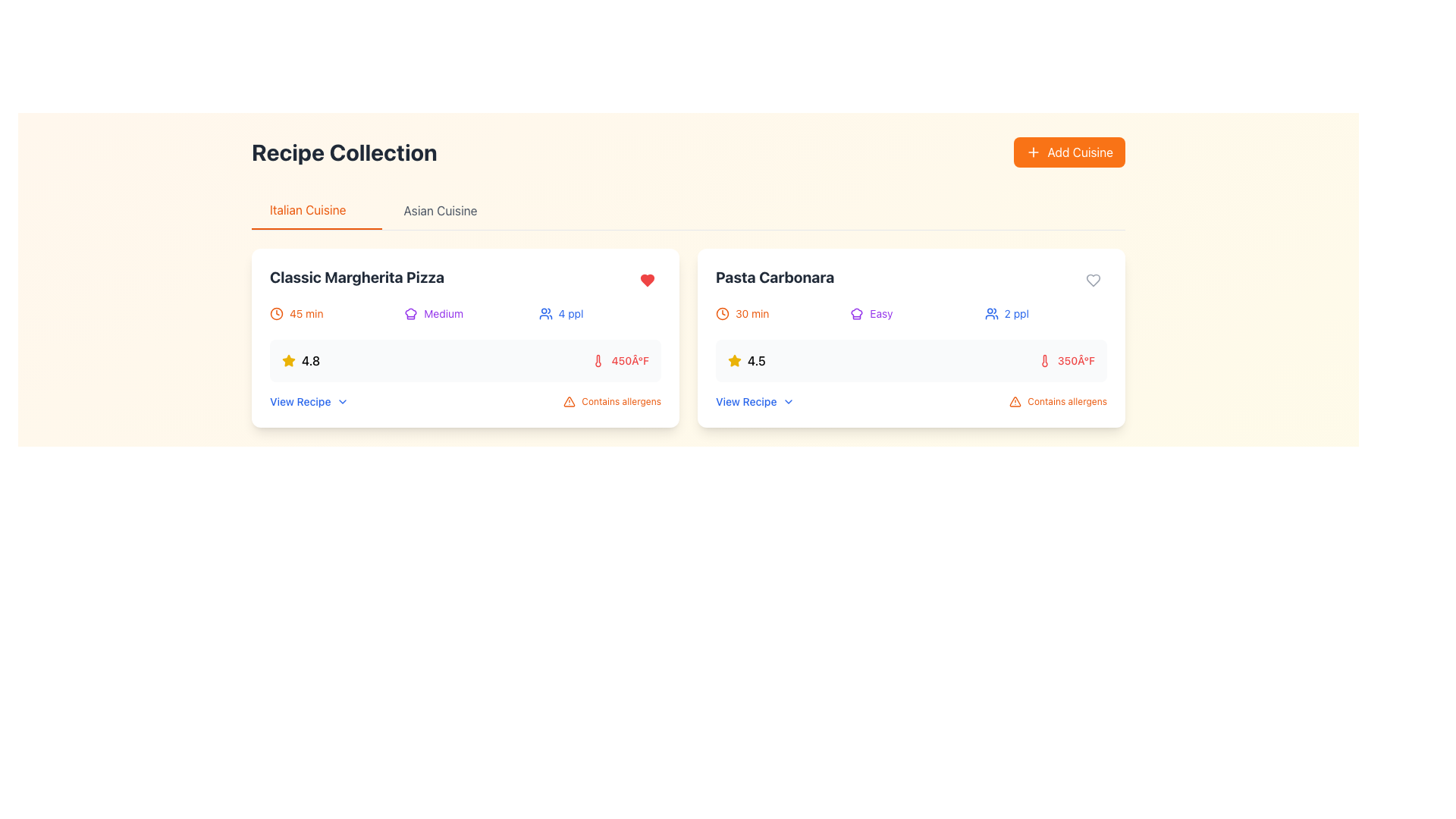 The width and height of the screenshot is (1456, 819). Describe the element at coordinates (449, 210) in the screenshot. I see `the clickable text element for 'Asian Cuisine'` at that location.